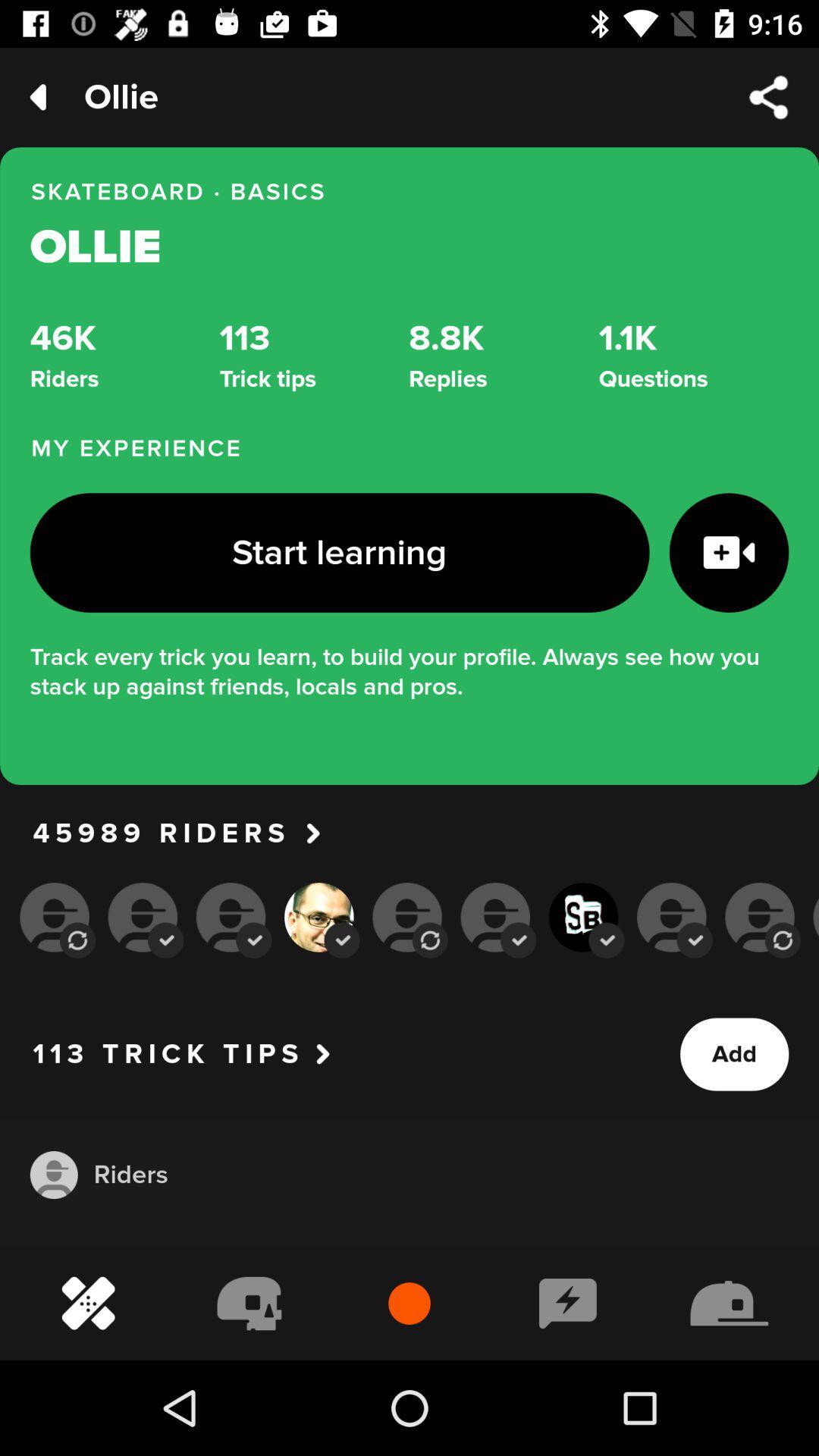  What do you see at coordinates (37, 96) in the screenshot?
I see `the arrow_backward icon` at bounding box center [37, 96].